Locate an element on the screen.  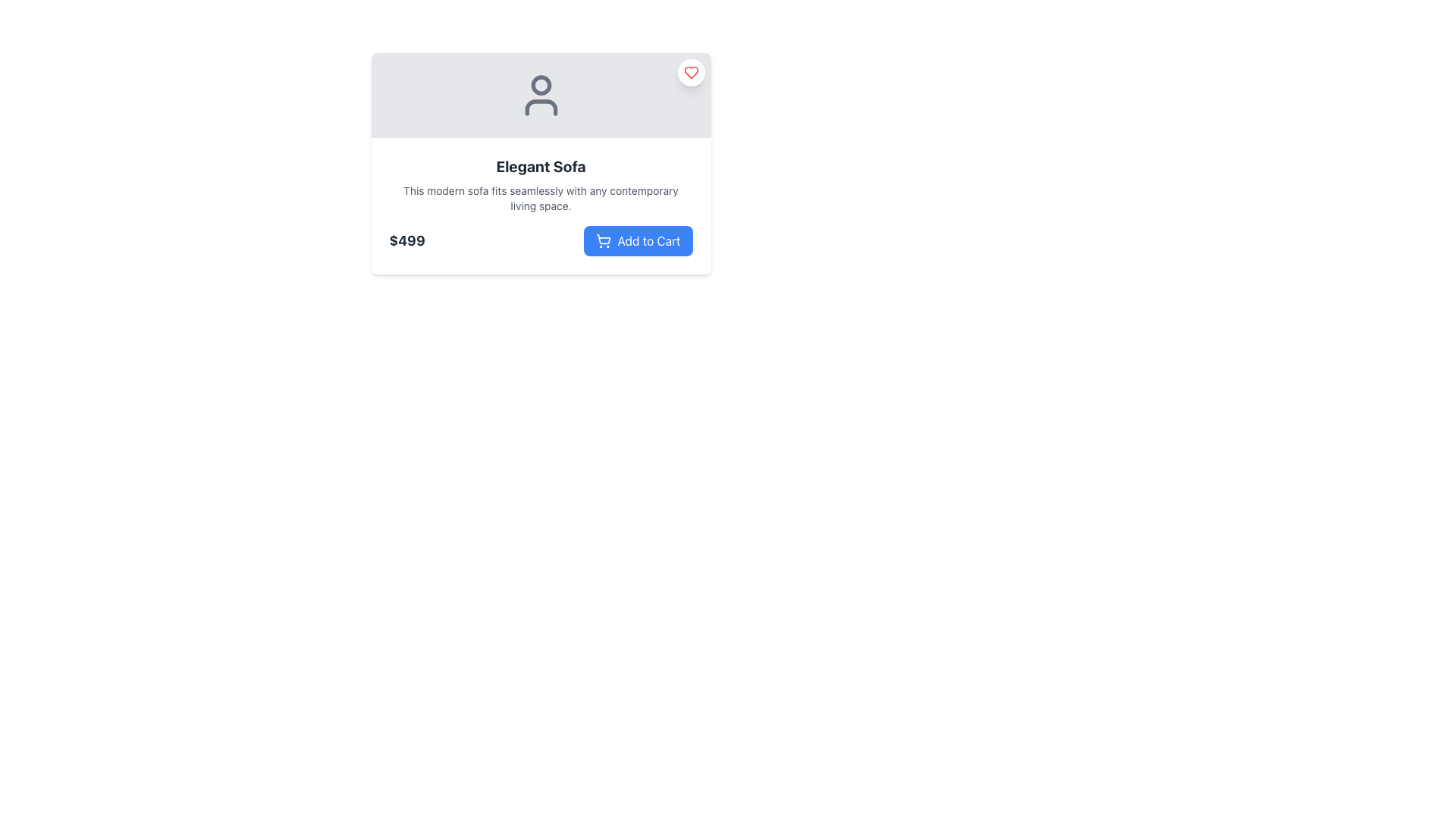
the shopping cart icon, which is an outlined style icon located inside the 'Add to Cart' button, centered vertically and slightly towards the left edge before the text 'Add to Cart' is located at coordinates (603, 240).